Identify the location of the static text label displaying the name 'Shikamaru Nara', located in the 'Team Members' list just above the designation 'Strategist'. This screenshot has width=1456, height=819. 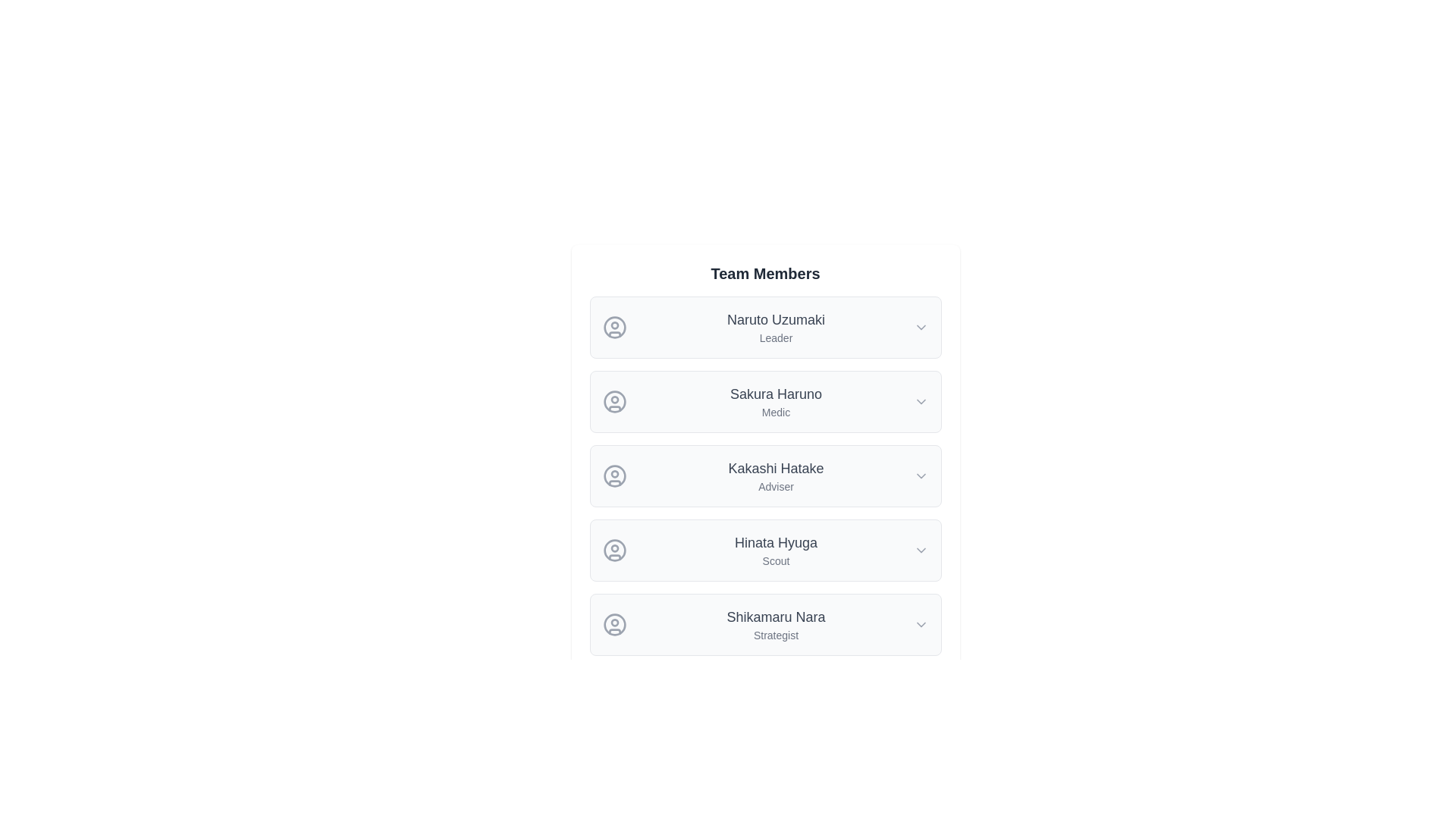
(776, 617).